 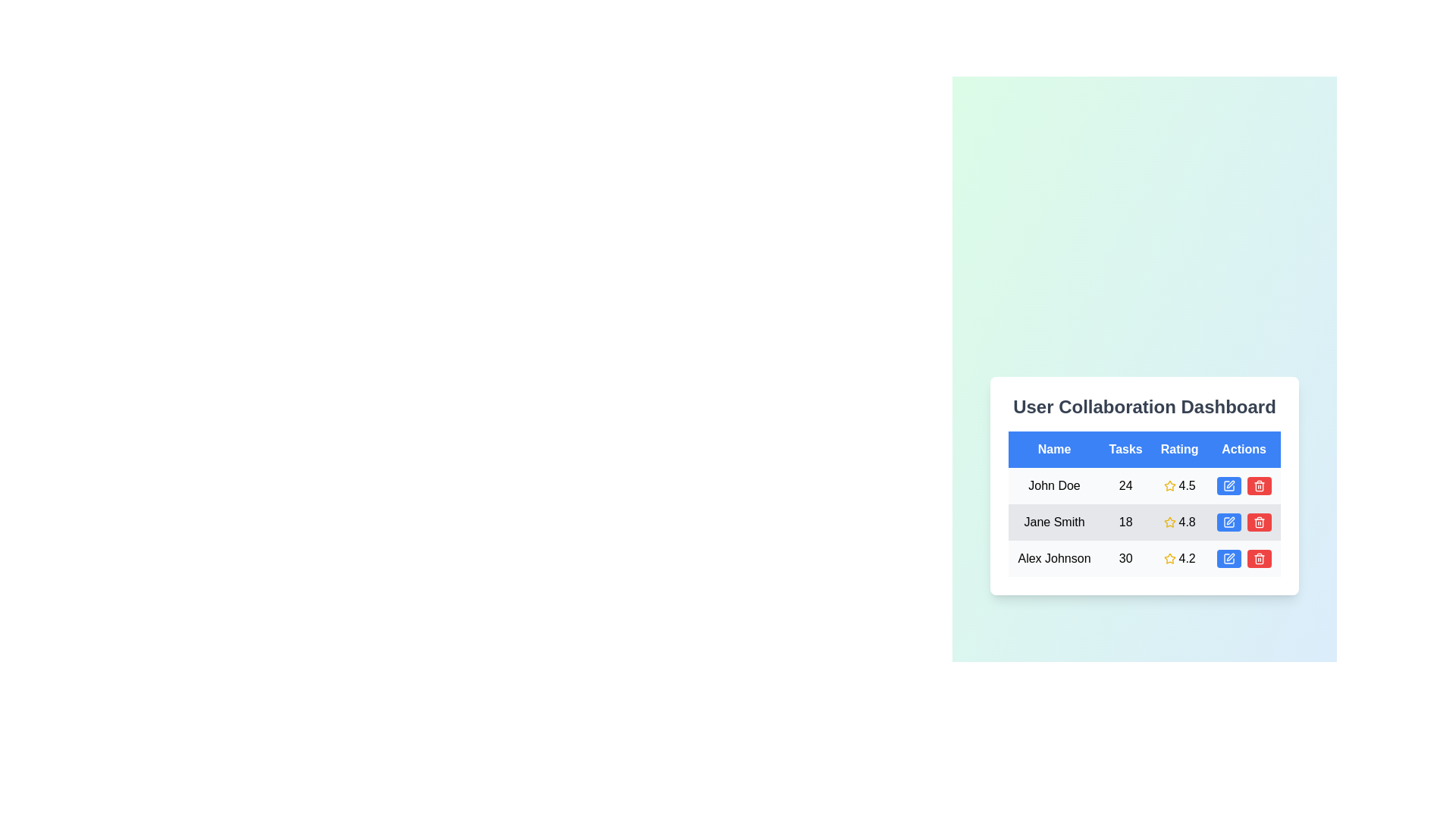 What do you see at coordinates (1169, 558) in the screenshot?
I see `the yellow five-pointed star icon used for rating, located in the 'Rating' column next to 'Alex Johnson', immediately to the left of the numerical rating '4.2'` at bounding box center [1169, 558].